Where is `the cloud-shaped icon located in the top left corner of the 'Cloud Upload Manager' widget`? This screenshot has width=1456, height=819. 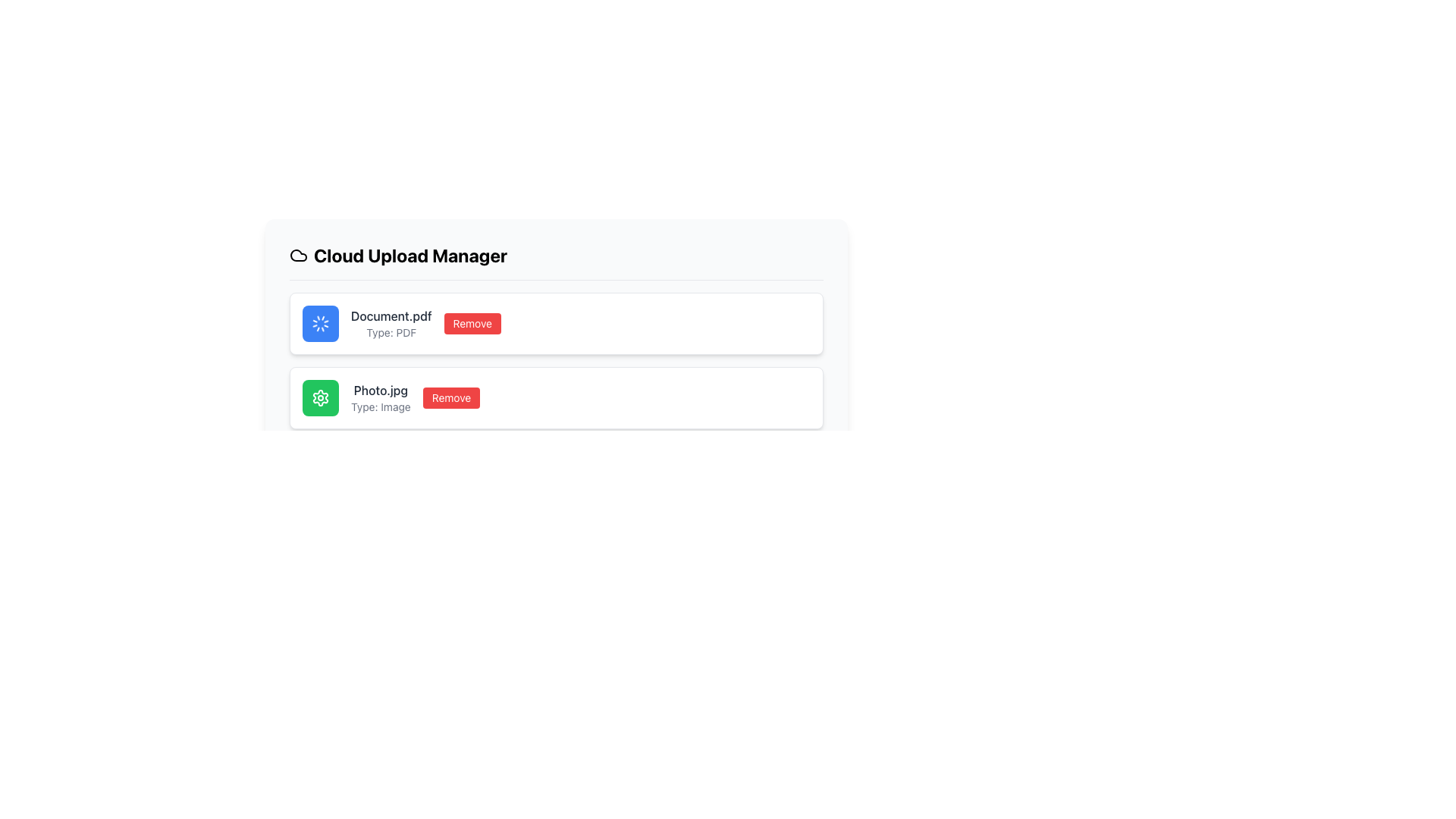 the cloud-shaped icon located in the top left corner of the 'Cloud Upload Manager' widget is located at coordinates (298, 254).